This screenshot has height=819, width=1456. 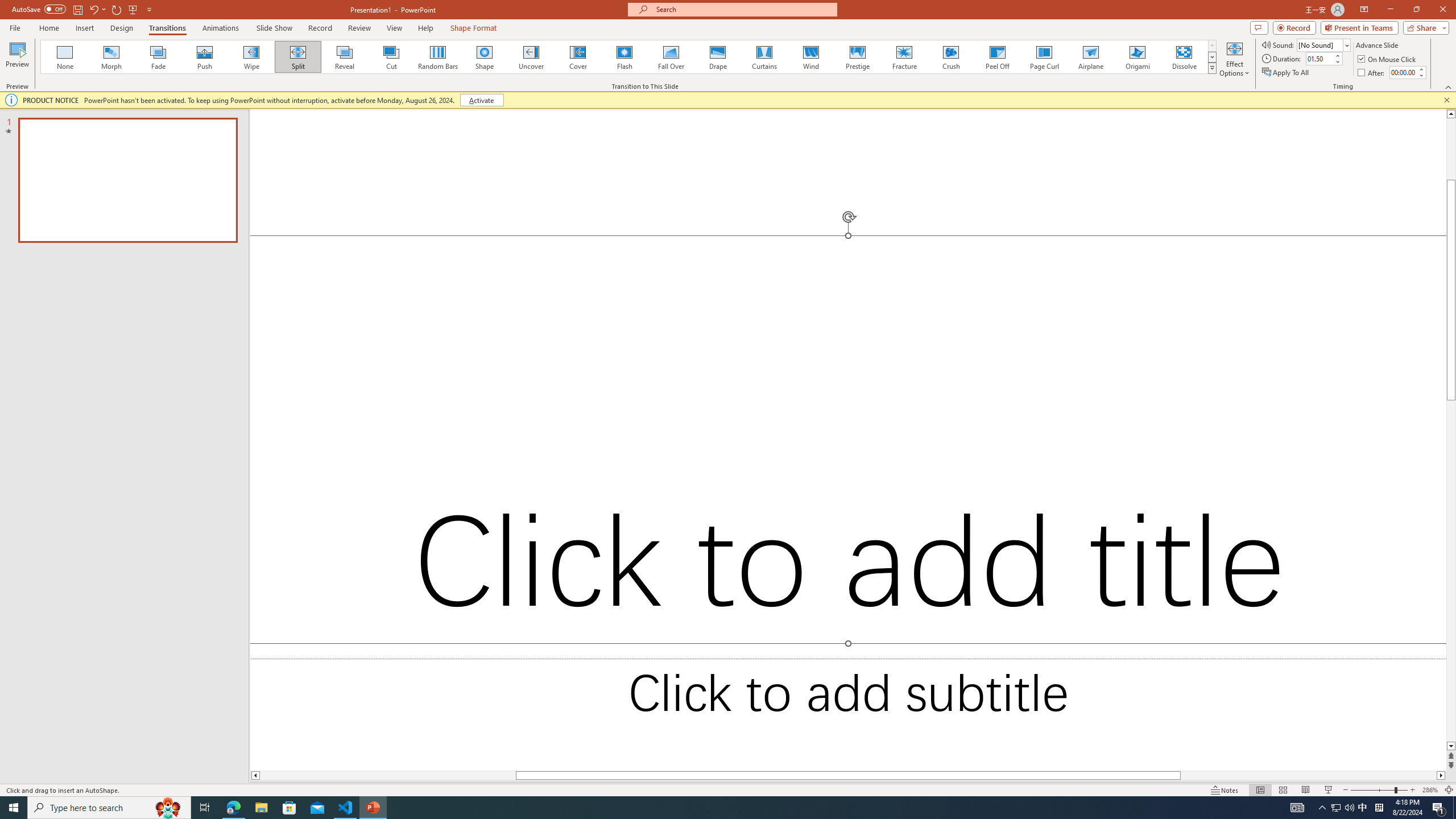 What do you see at coordinates (438, 56) in the screenshot?
I see `'Random Bars'` at bounding box center [438, 56].